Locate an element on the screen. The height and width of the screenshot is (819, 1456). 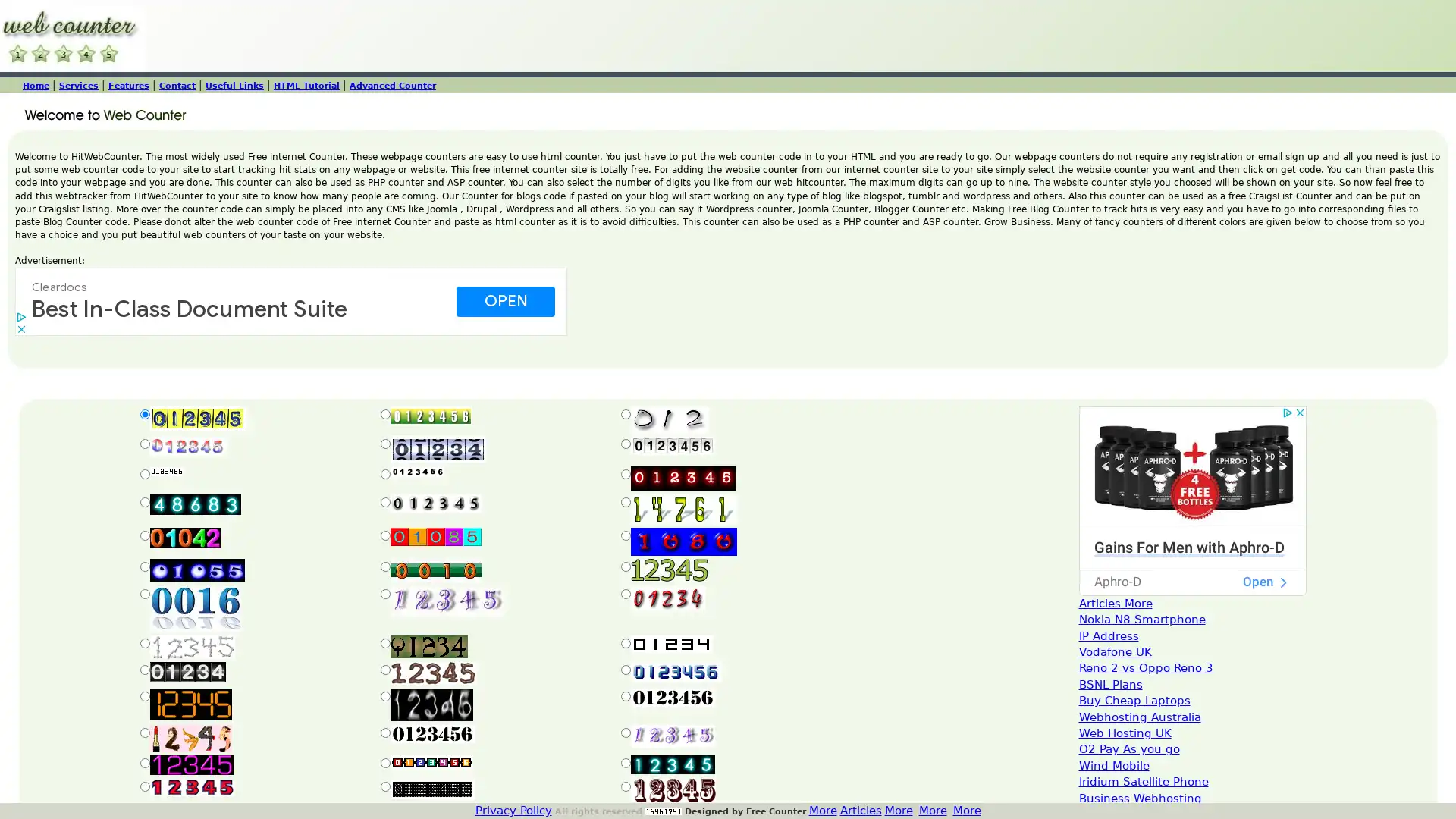
Submit is located at coordinates (190, 704).